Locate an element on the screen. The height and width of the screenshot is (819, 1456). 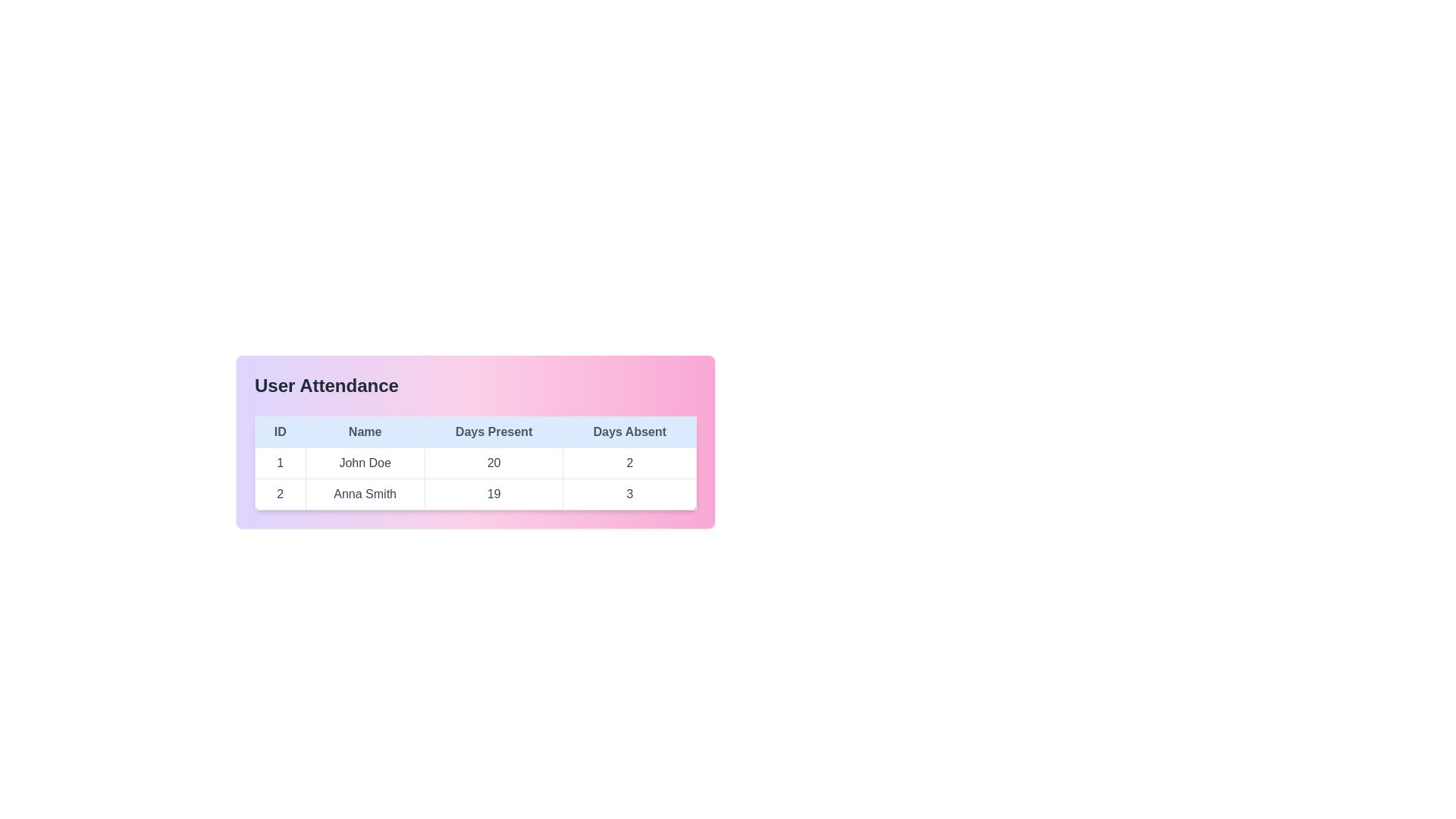
the static text element displaying the numeral '3' in the 'Days Absent' column for 'Anna Smith' in the user attendance table is located at coordinates (629, 494).